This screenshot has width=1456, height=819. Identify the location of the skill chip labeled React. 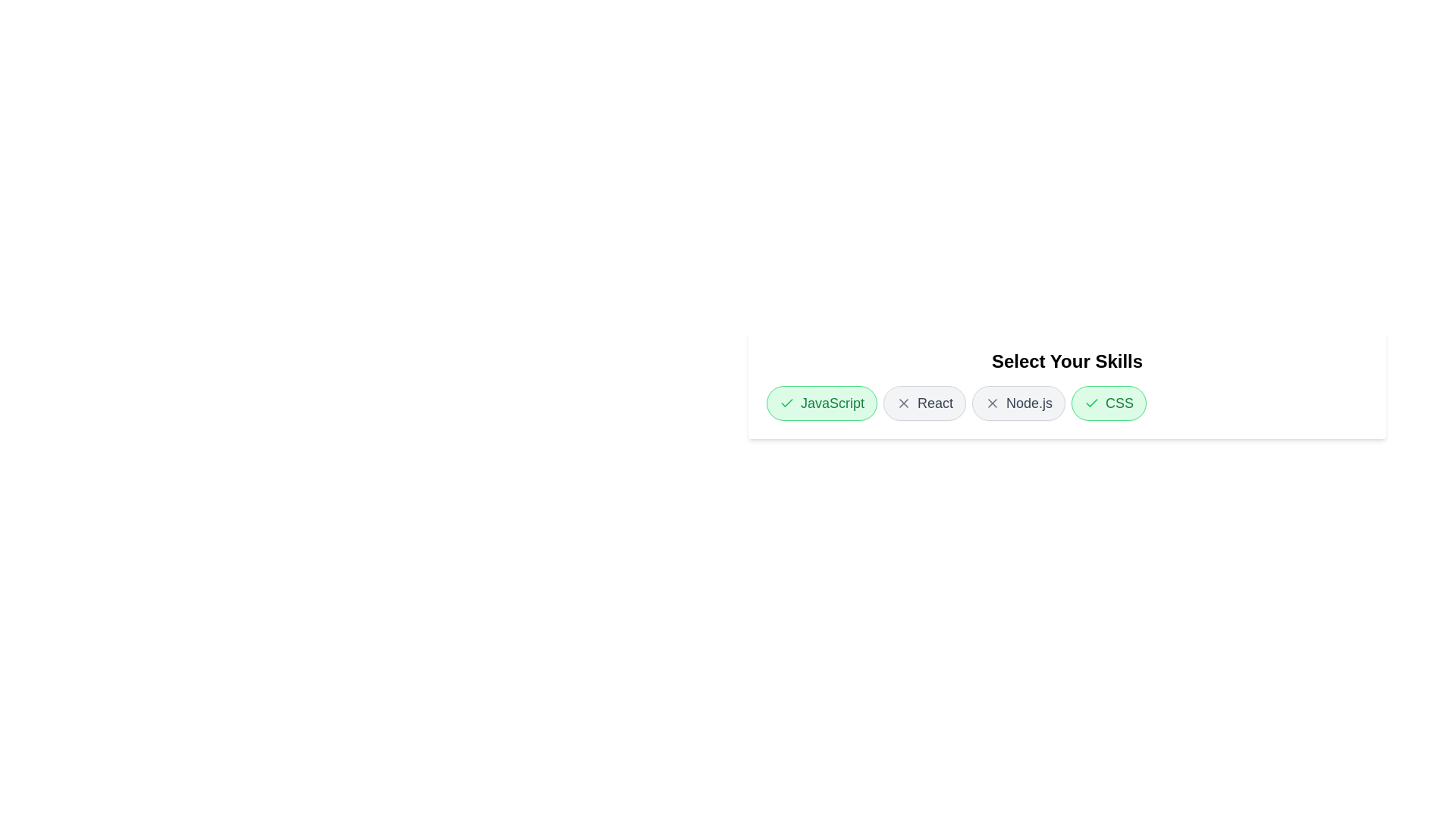
(924, 403).